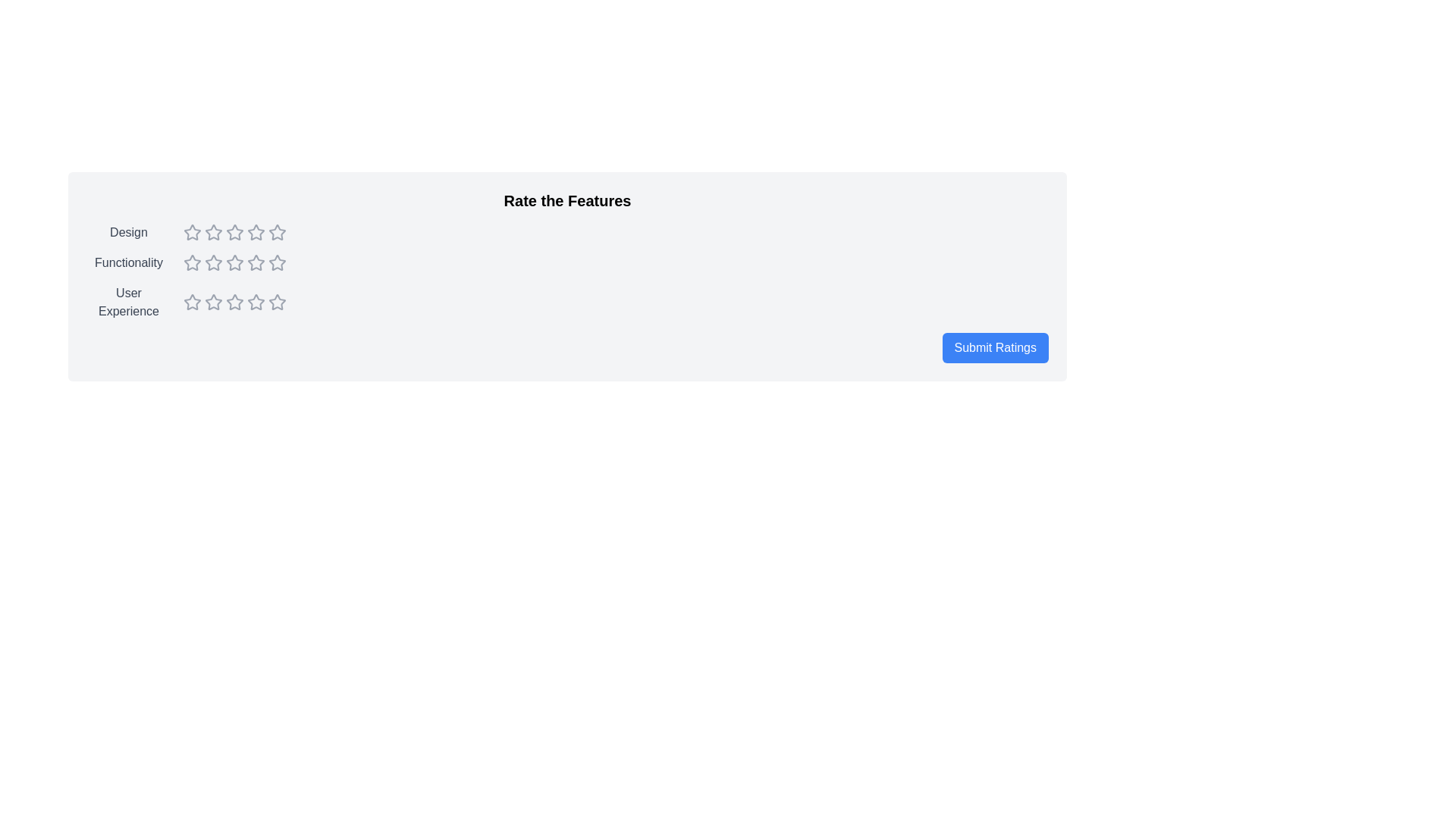  I want to click on the first star in the rating stars row, so click(234, 233).